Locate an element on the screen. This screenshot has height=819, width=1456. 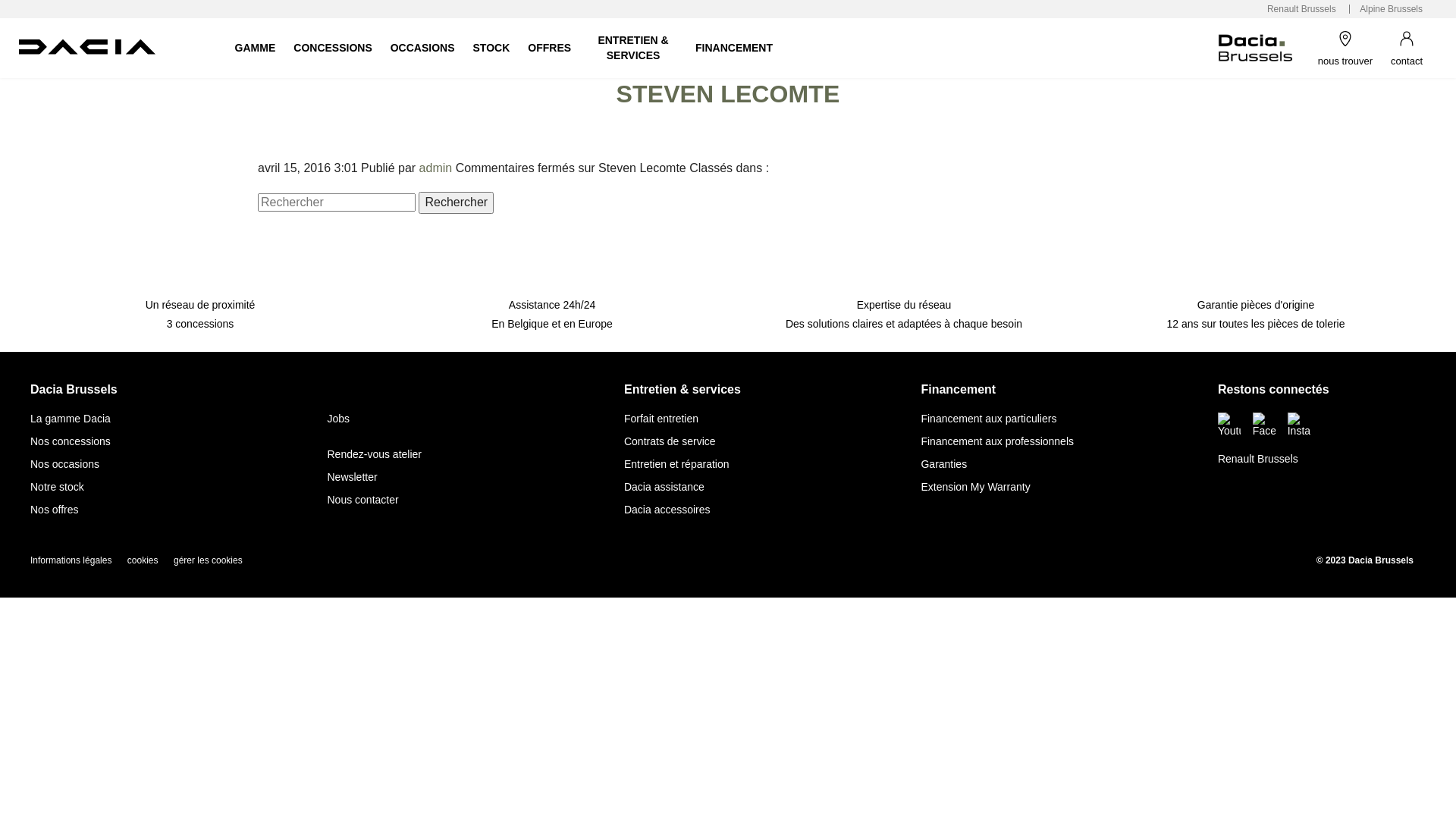
'La gamme Dacia' is located at coordinates (69, 418).